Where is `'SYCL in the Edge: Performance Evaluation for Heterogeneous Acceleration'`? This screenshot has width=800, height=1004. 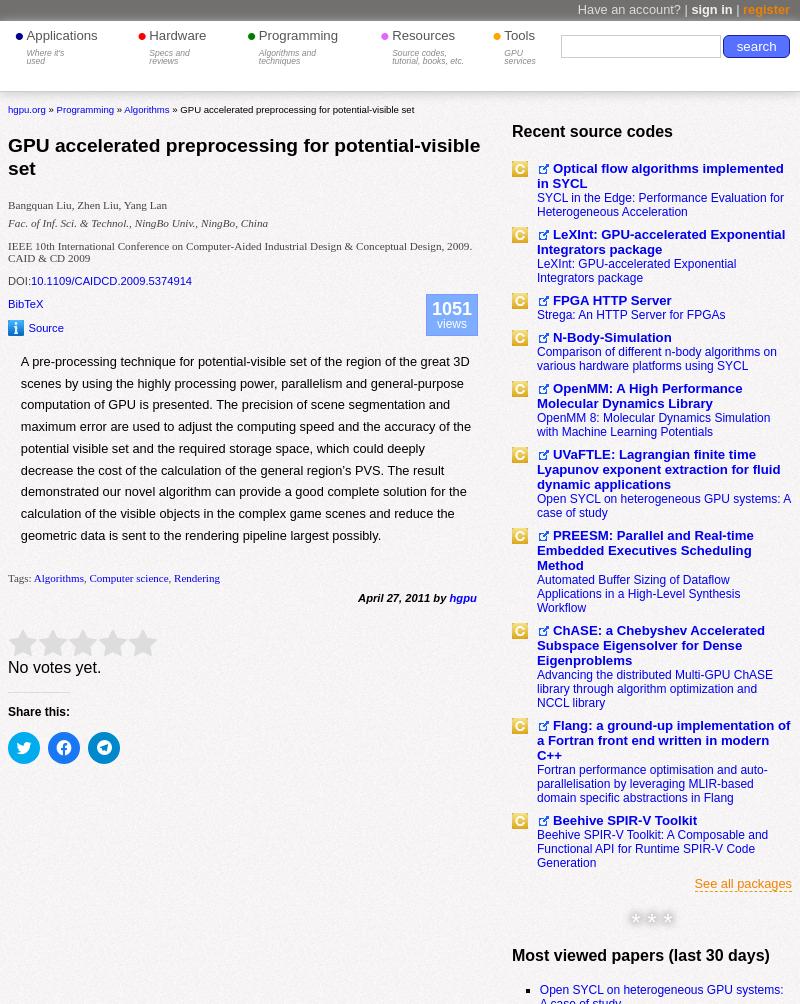
'SYCL in the Edge: Performance Evaluation for Heterogeneous Acceleration' is located at coordinates (659, 203).